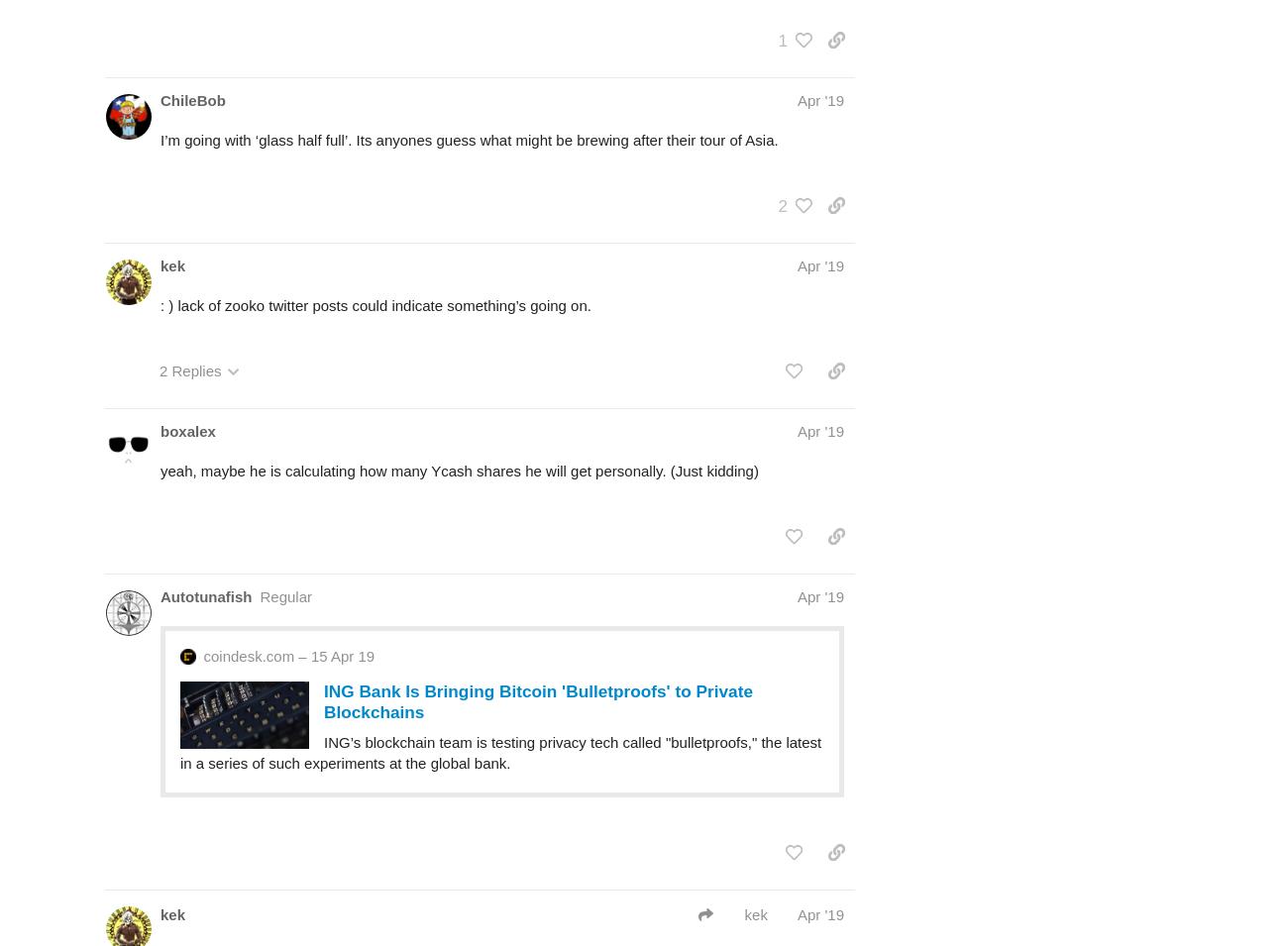 This screenshot has width=1288, height=946. Describe the element at coordinates (285, 596) in the screenshot. I see `'Regular'` at that location.